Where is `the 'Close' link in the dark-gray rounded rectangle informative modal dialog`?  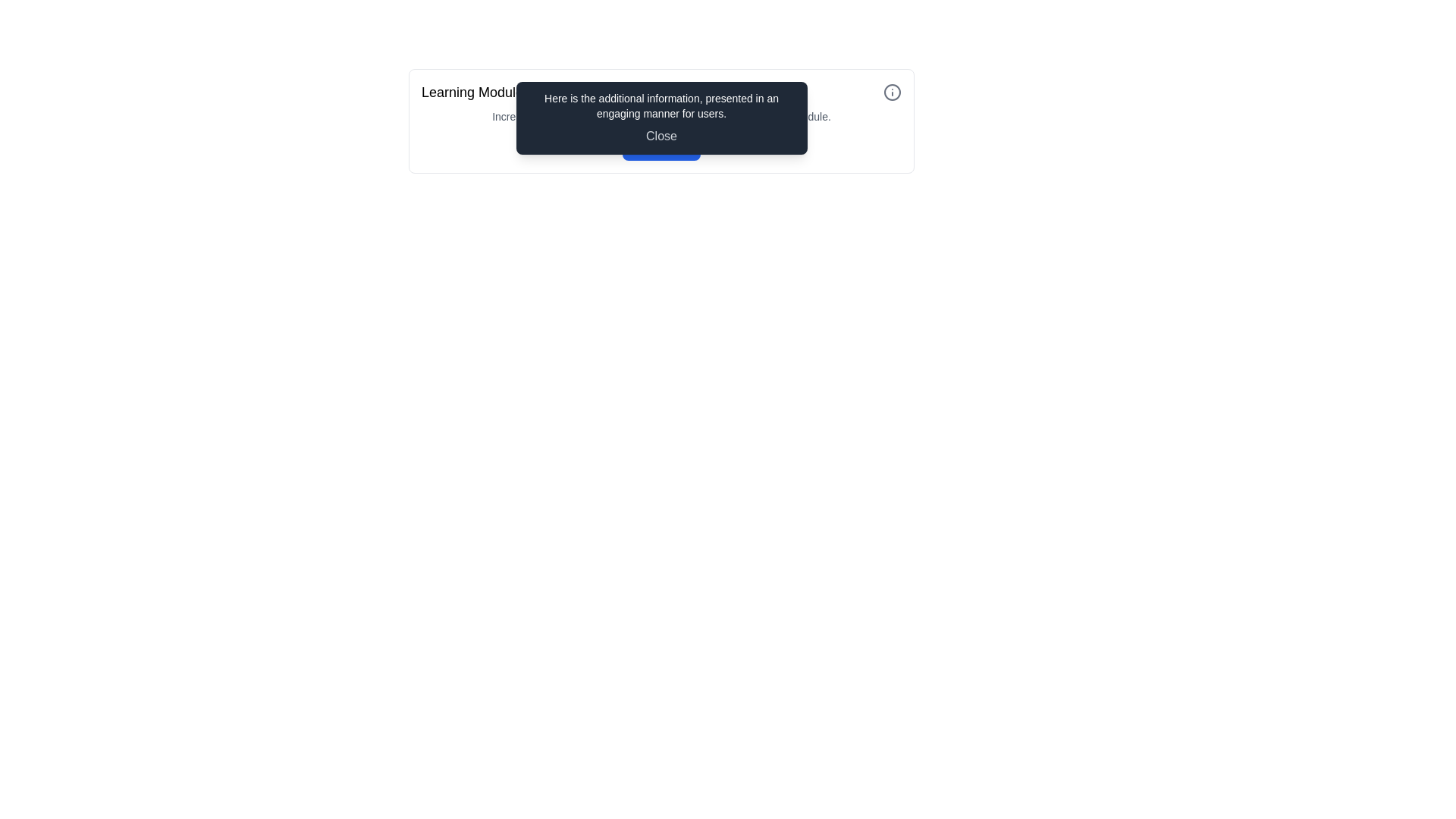 the 'Close' link in the dark-gray rounded rectangle informative modal dialog is located at coordinates (661, 120).